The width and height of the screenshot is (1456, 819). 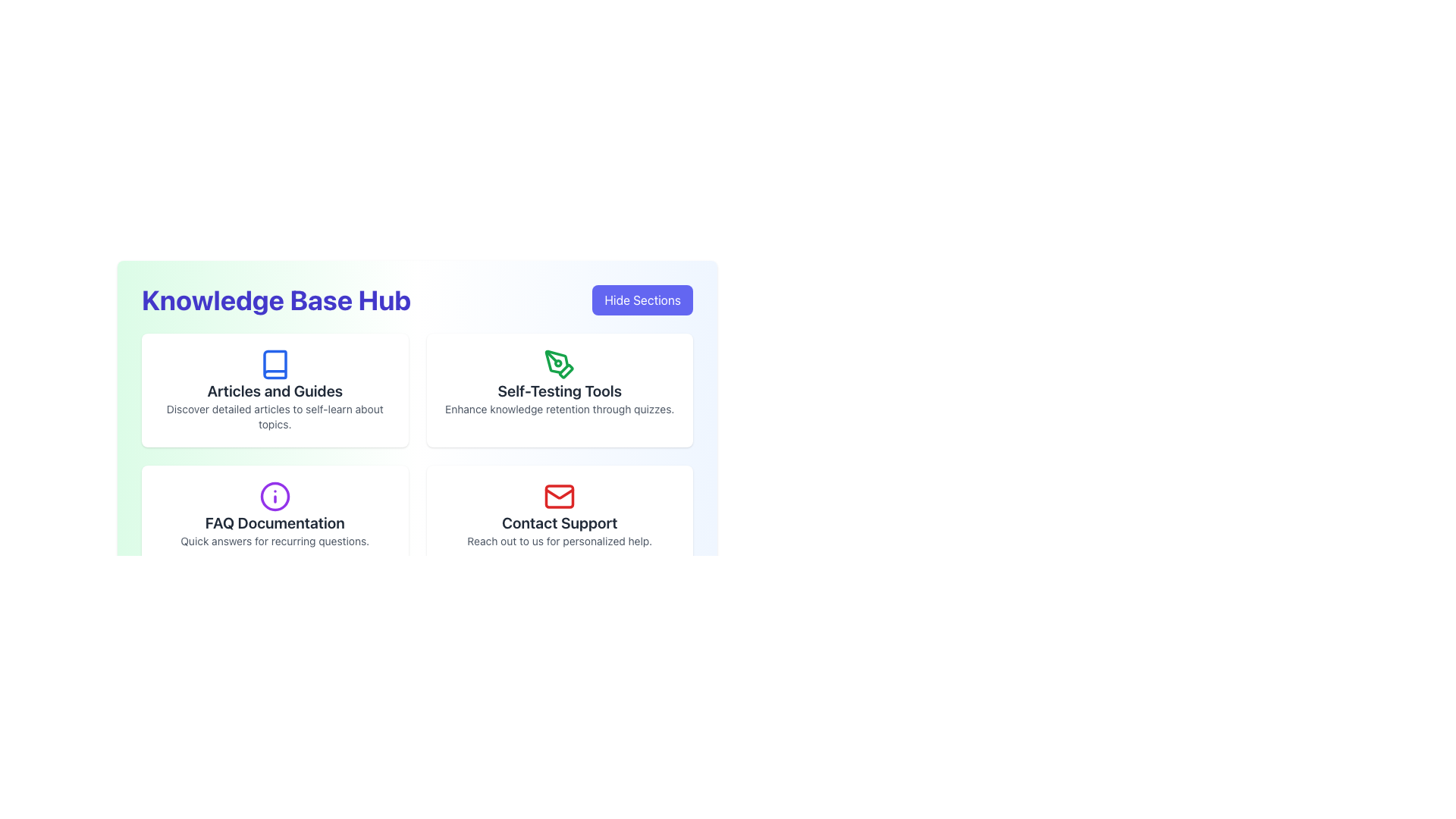 I want to click on the text label displaying 'Self-Testing Tools' in the second card of the 'Knowledge Base Hub' section, so click(x=559, y=391).